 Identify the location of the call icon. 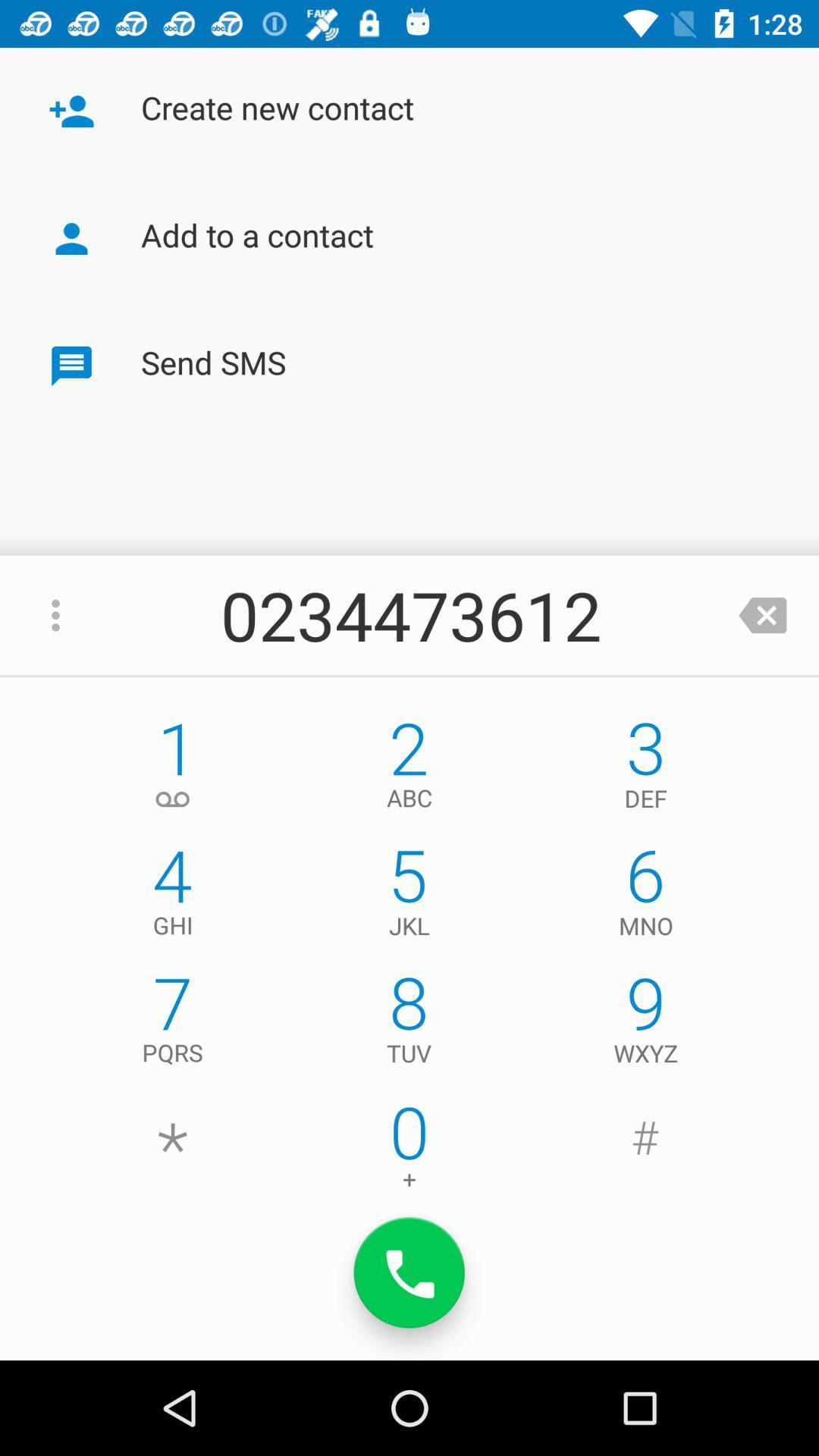
(409, 1272).